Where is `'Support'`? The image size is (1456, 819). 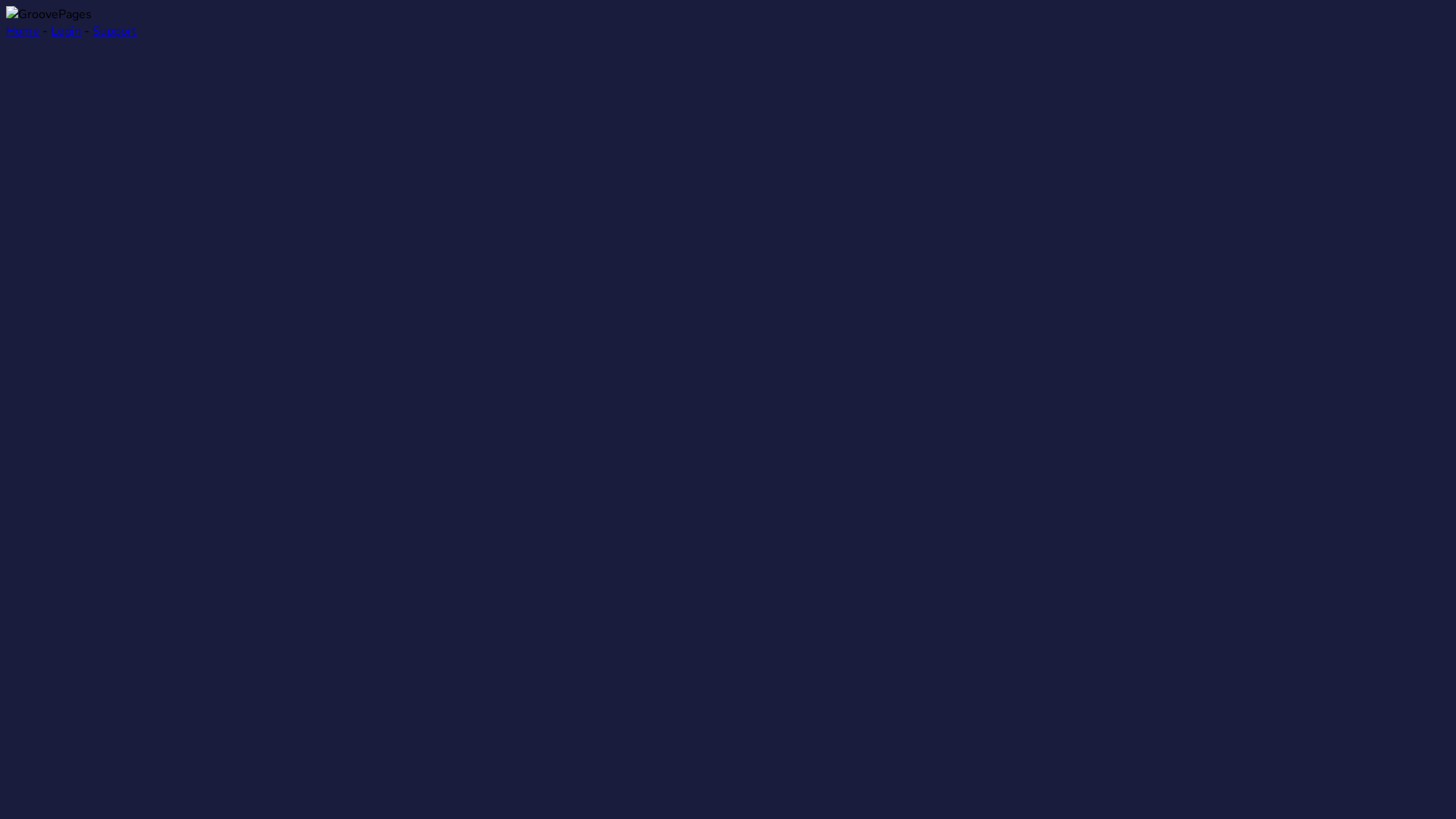 'Support' is located at coordinates (113, 31).